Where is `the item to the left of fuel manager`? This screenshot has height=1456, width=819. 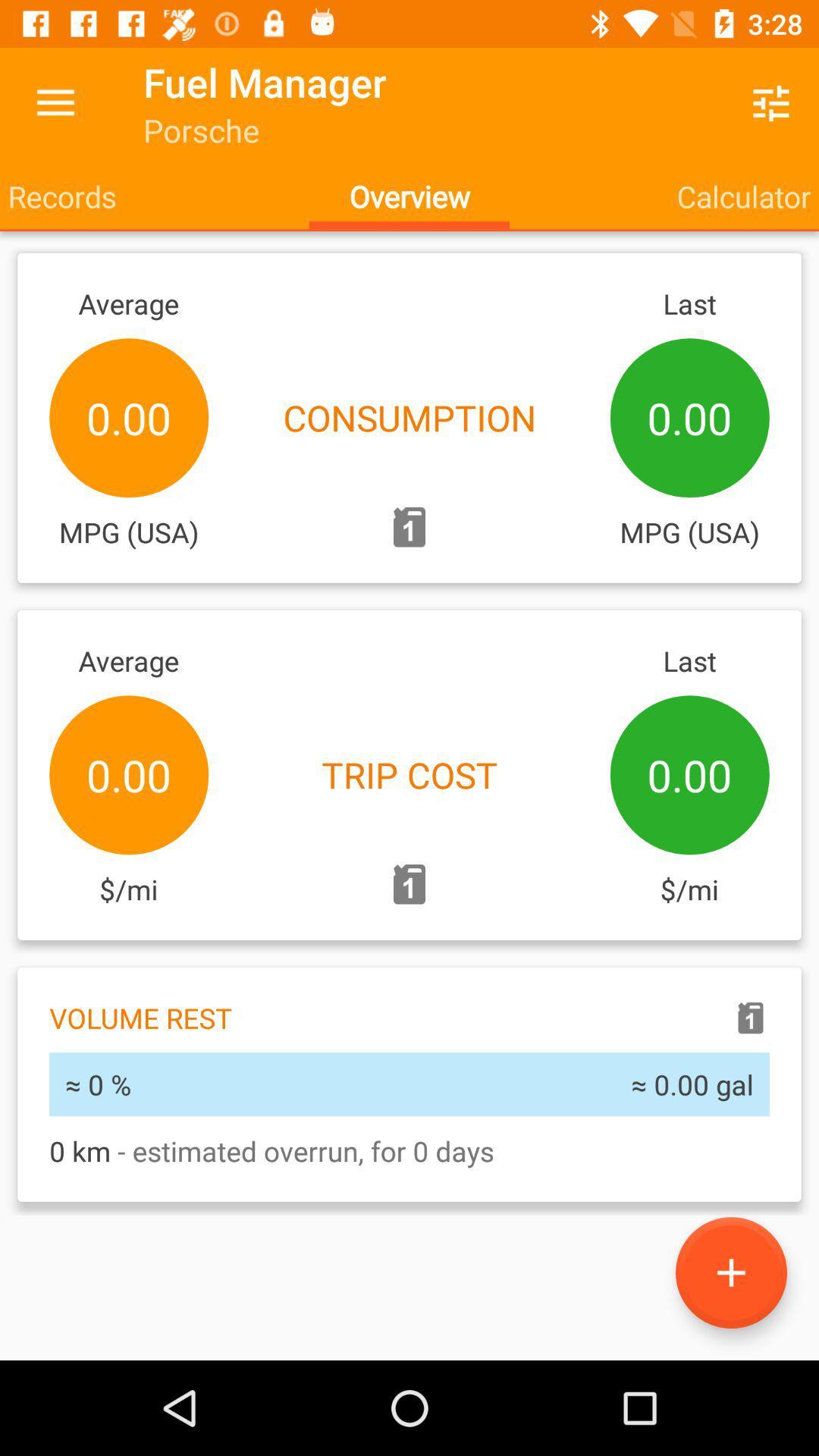
the item to the left of fuel manager is located at coordinates (55, 102).